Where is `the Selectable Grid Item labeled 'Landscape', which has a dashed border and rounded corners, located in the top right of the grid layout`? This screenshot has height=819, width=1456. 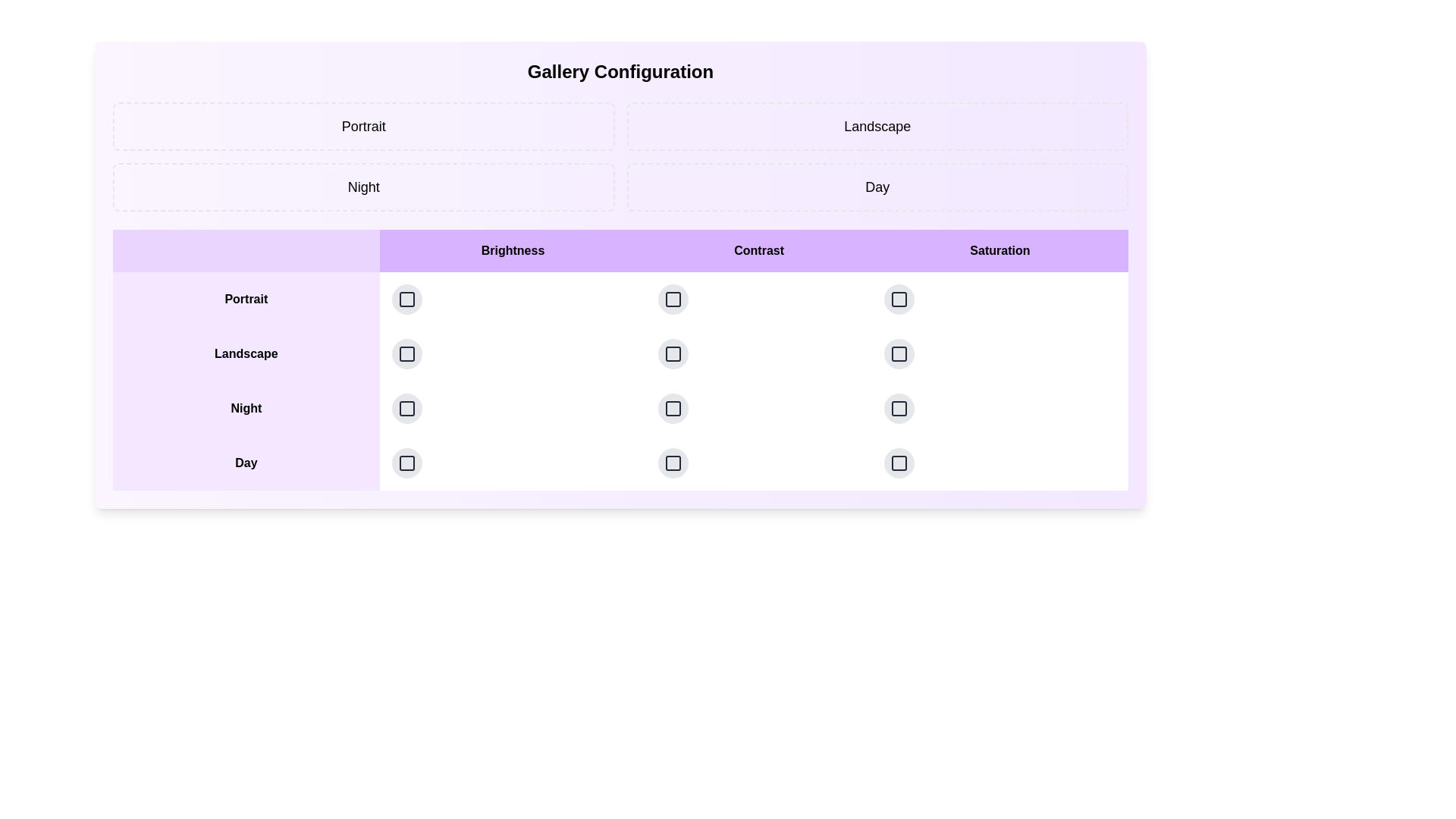 the Selectable Grid Item labeled 'Landscape', which has a dashed border and rounded corners, located in the top right of the grid layout is located at coordinates (877, 125).